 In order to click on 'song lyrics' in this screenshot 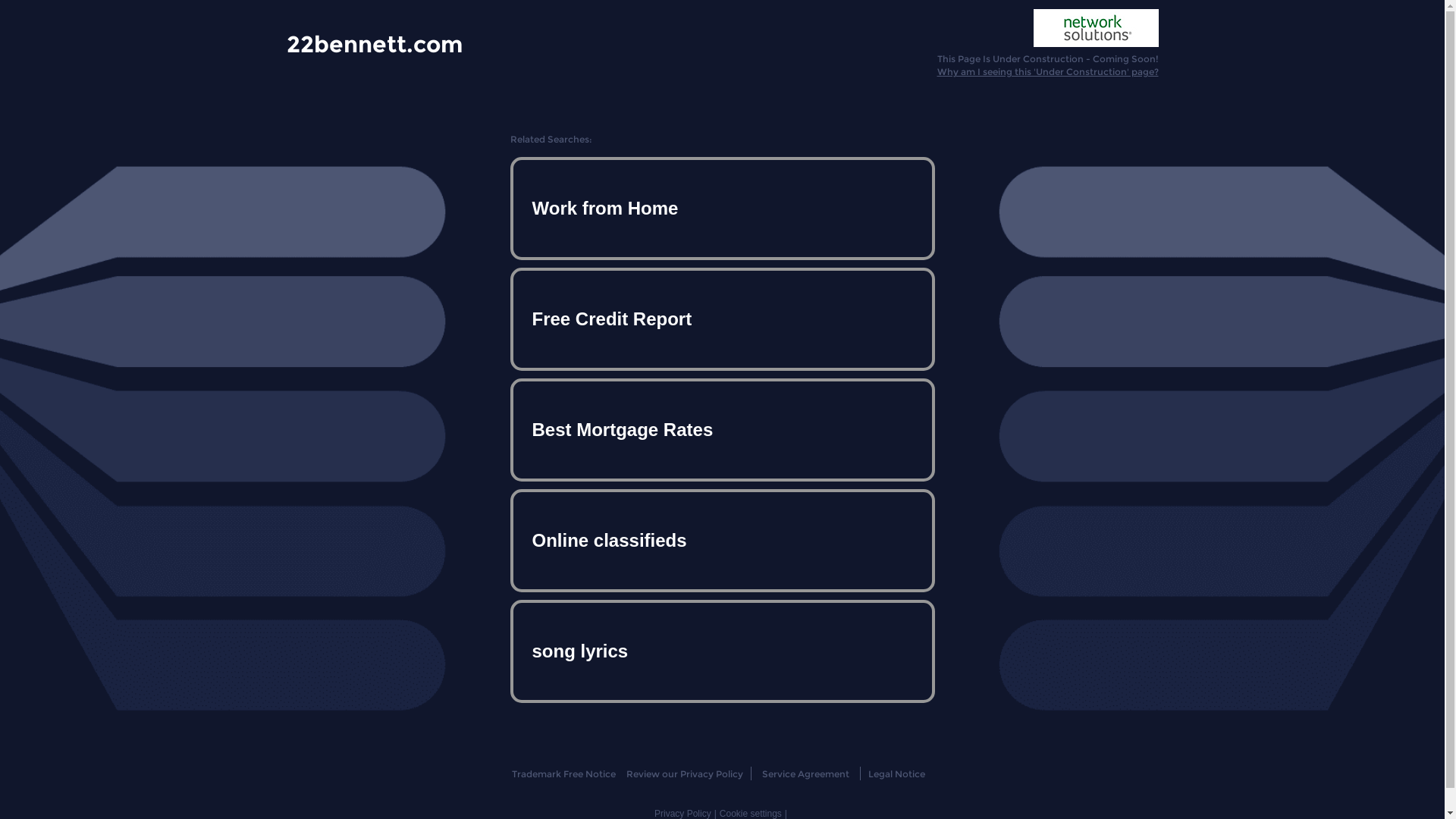, I will do `click(720, 651)`.